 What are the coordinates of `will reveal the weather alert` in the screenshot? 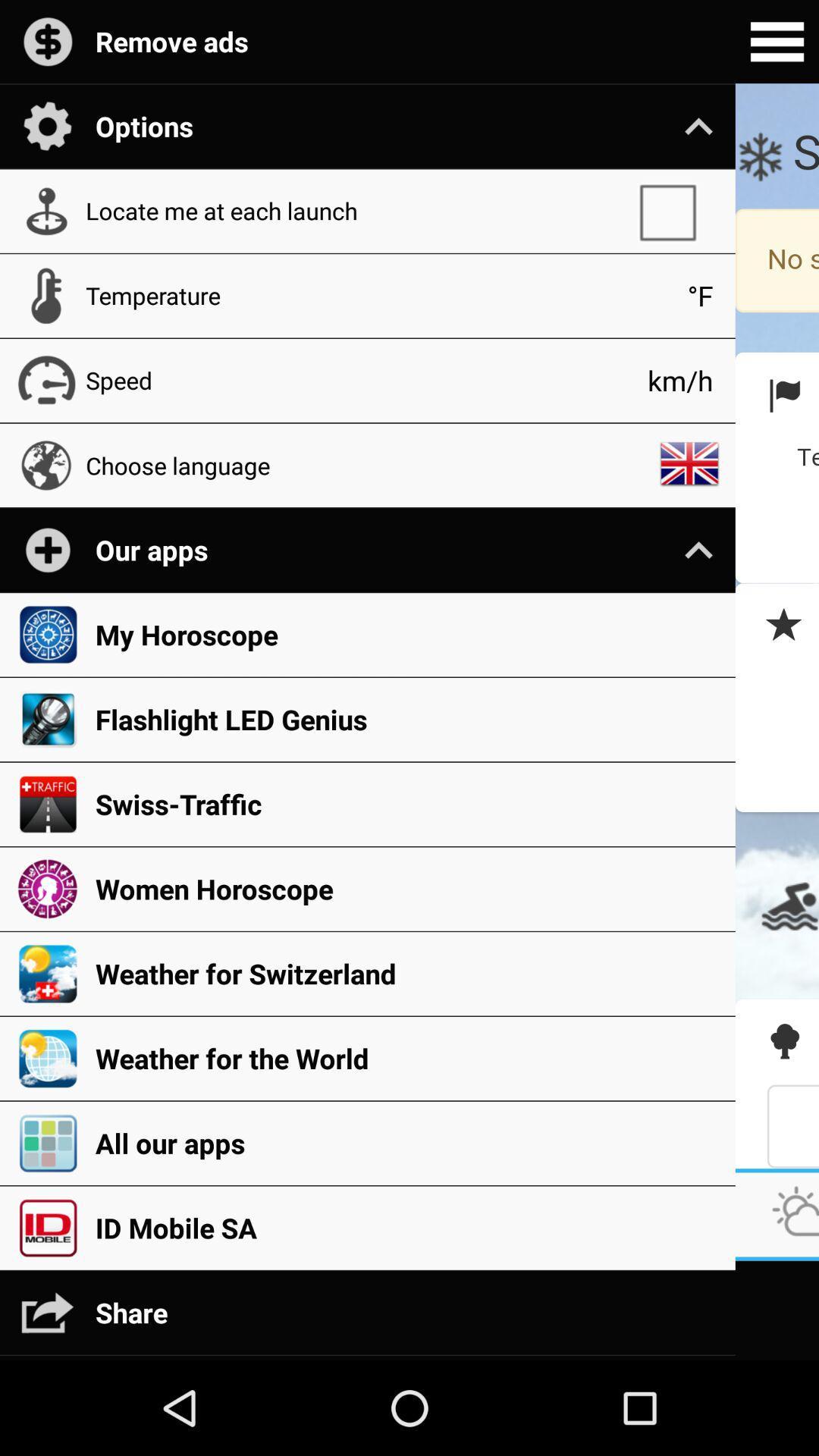 It's located at (777, 626).